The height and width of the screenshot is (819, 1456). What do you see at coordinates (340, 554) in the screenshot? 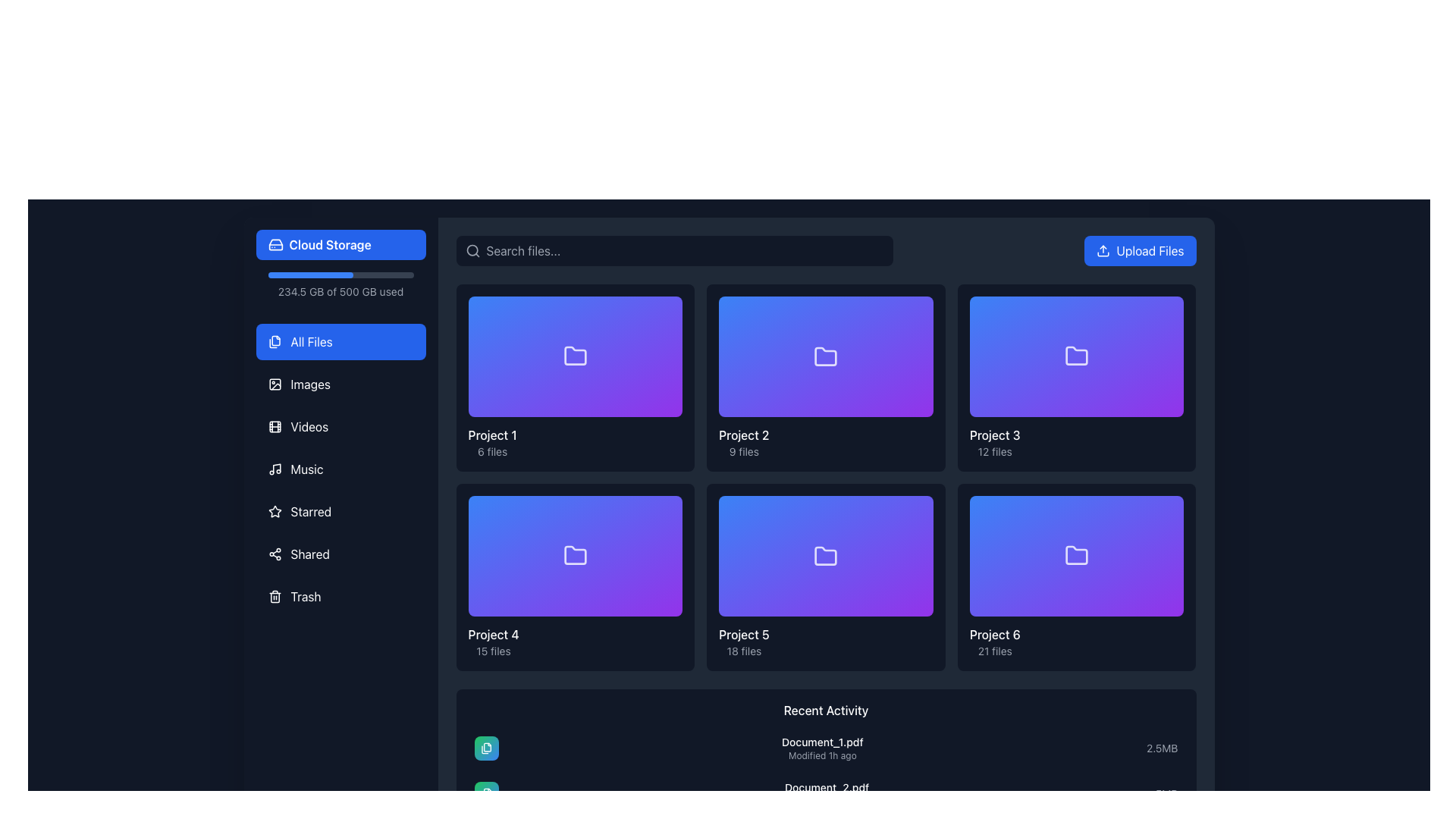
I see `the seventh button in the vertical list of the sidebar panel` at bounding box center [340, 554].